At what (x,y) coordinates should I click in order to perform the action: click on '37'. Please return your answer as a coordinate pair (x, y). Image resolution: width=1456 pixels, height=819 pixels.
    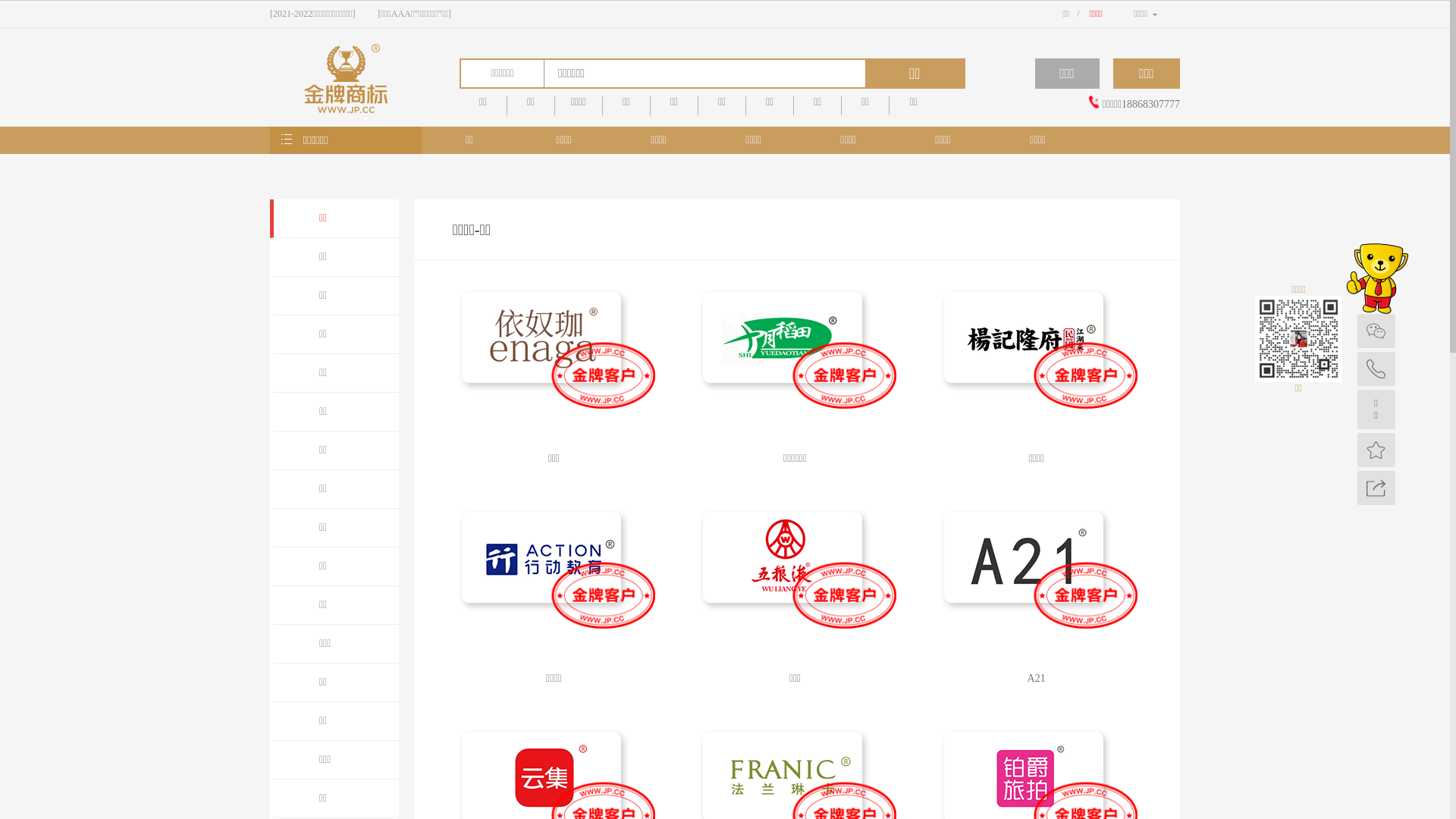
    Looking at the image, I should click on (805, 211).